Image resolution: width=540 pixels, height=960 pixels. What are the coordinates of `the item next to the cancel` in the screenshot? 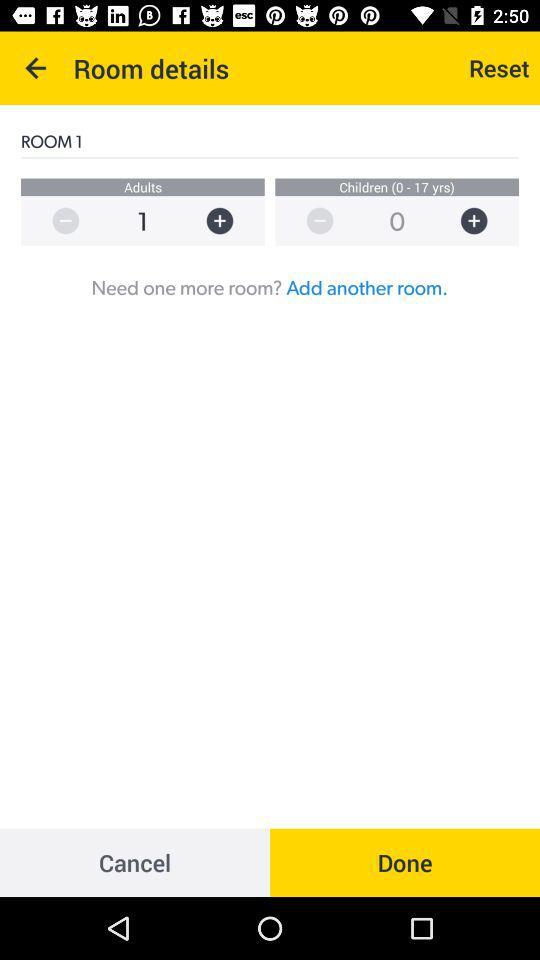 It's located at (405, 861).